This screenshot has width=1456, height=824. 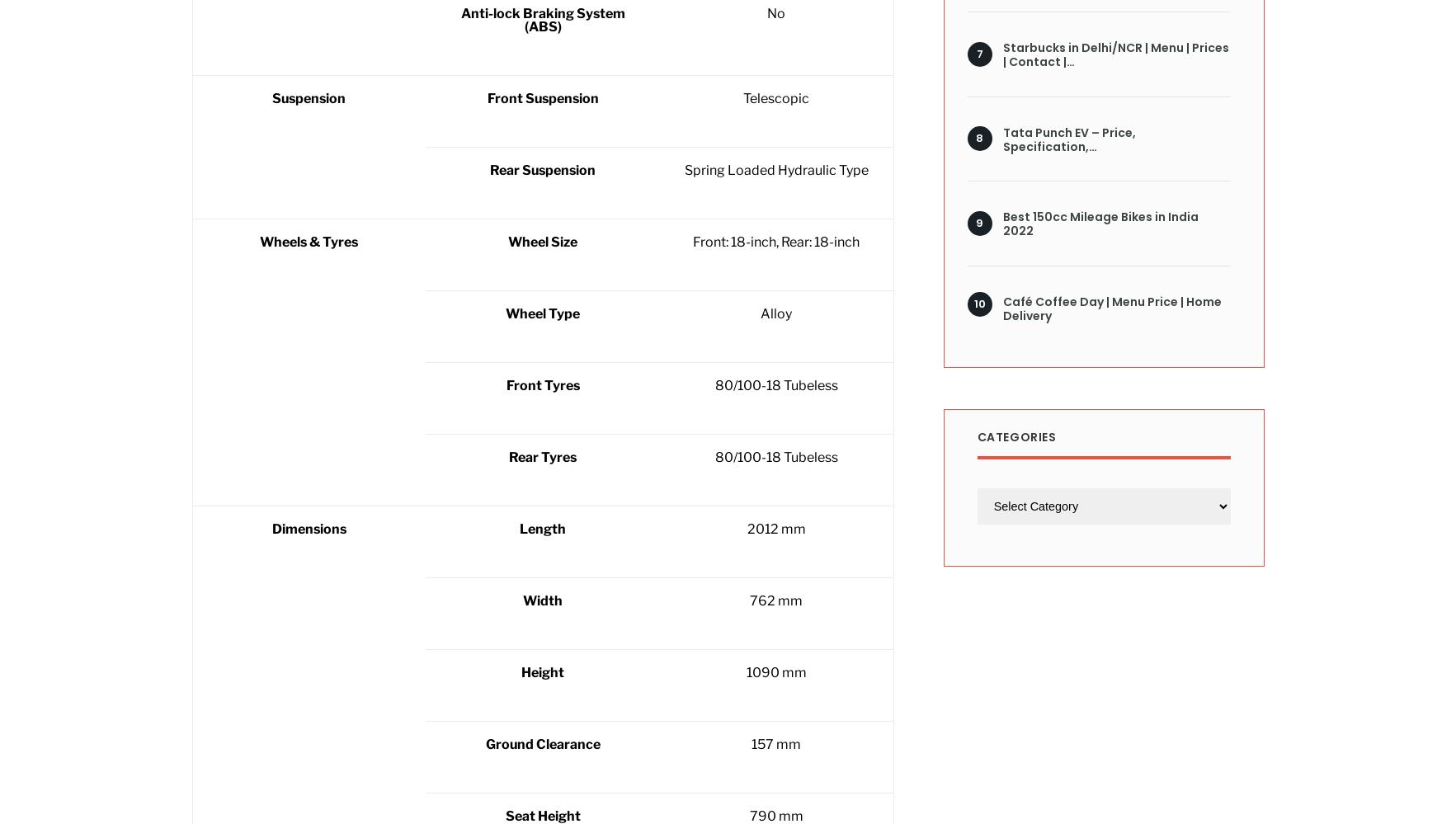 I want to click on 'Dimensions', so click(x=270, y=528).